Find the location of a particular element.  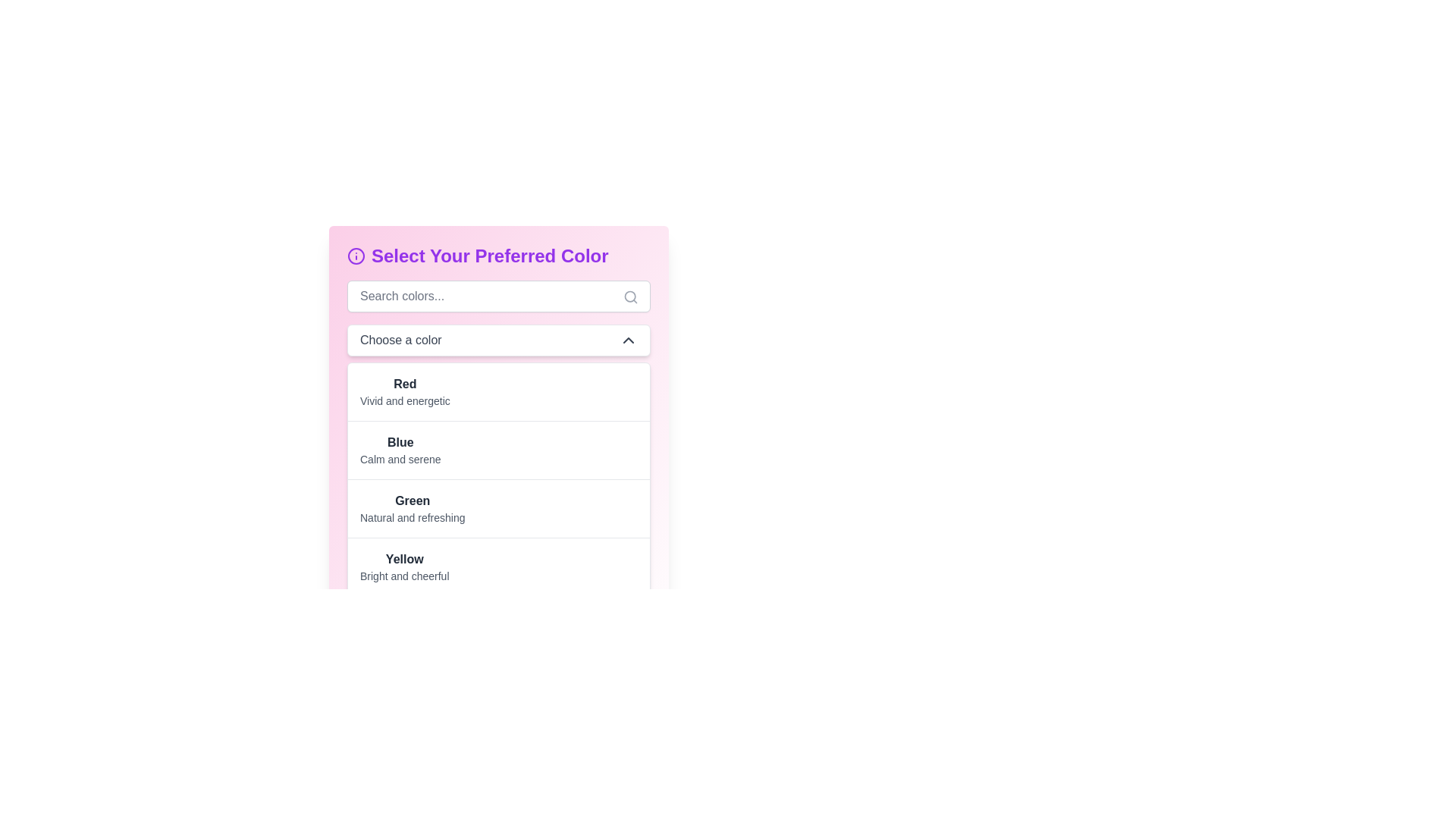

the list item in the color selection dropdown menu under 'Choose a color' is located at coordinates (498, 509).